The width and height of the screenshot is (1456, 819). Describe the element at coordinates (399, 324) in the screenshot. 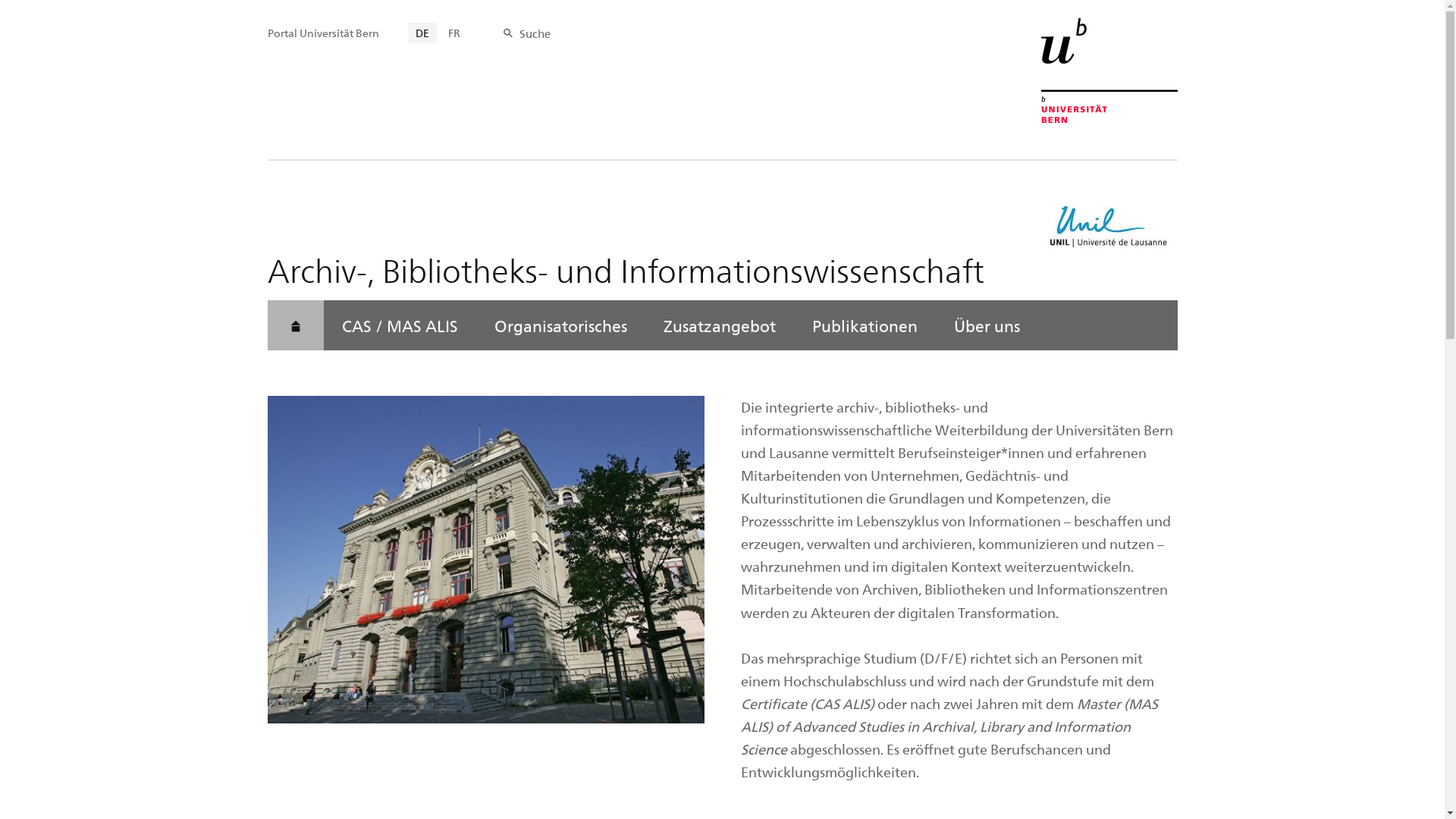

I see `'CAS / MAS ALIS'` at that location.